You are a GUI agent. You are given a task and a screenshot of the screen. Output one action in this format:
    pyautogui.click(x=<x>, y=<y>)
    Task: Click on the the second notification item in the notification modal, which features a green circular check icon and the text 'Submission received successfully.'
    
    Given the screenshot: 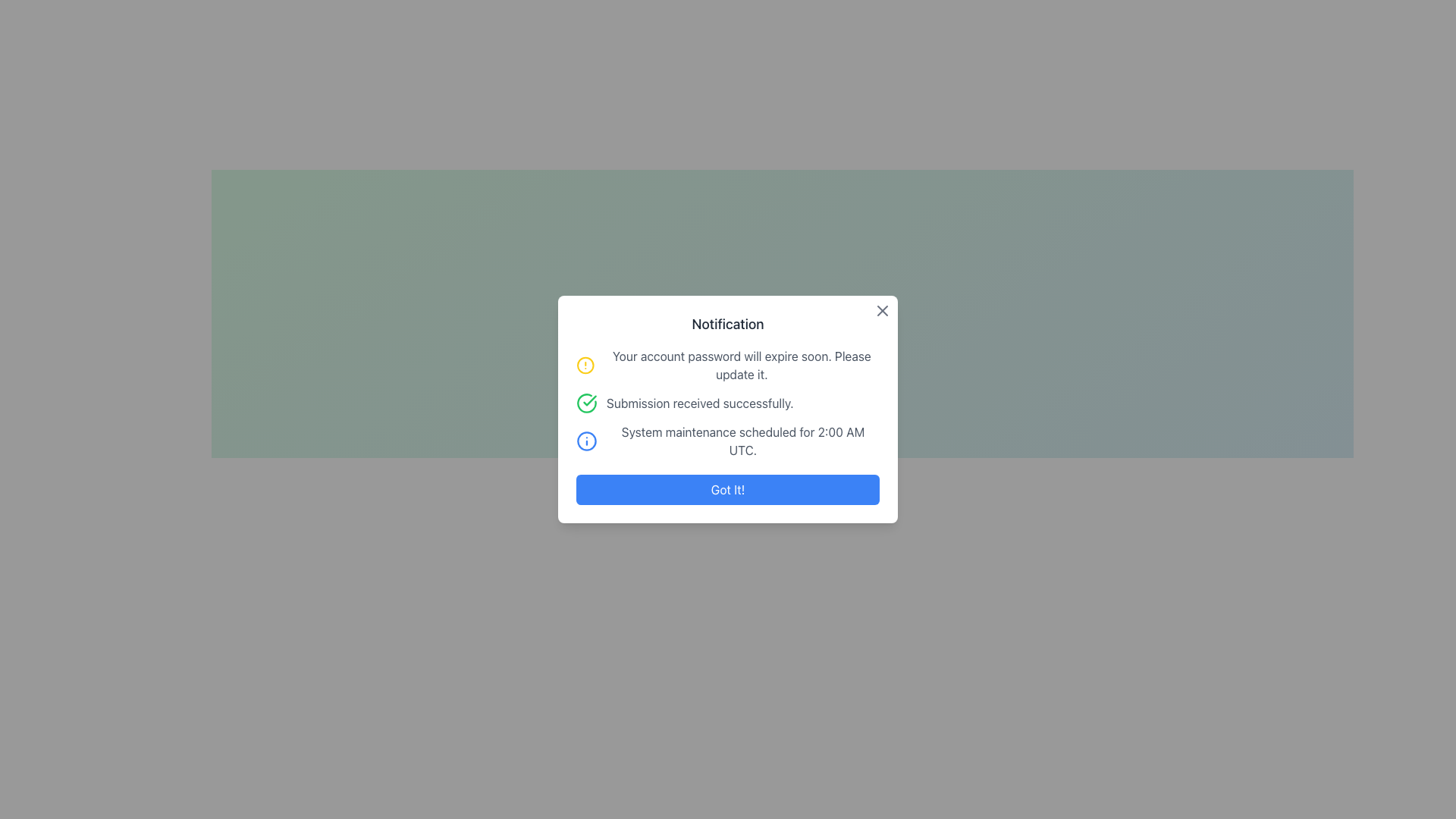 What is the action you would take?
    pyautogui.click(x=728, y=403)
    